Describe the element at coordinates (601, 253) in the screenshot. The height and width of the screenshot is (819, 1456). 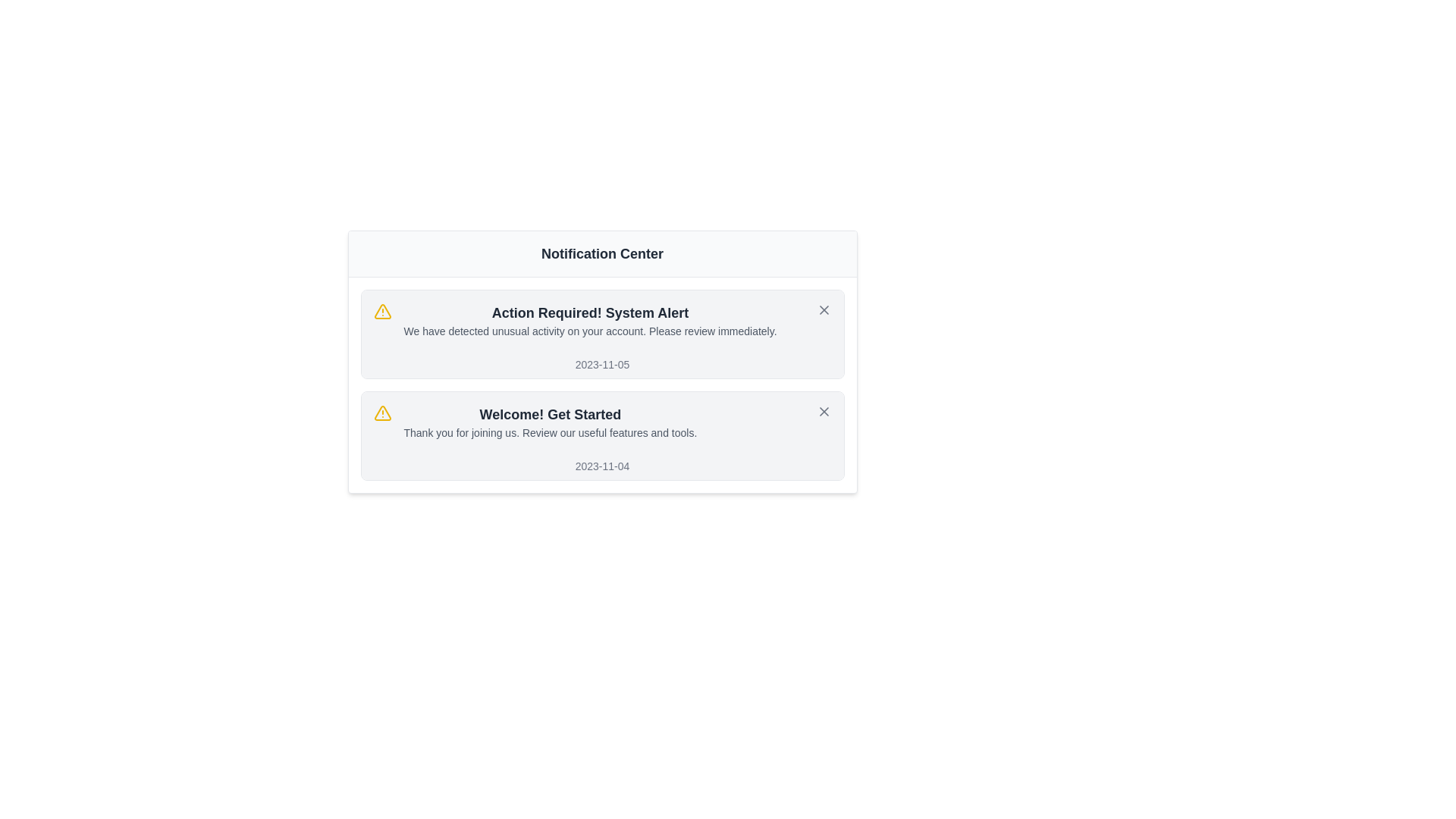
I see `text label that serves as a header for the notification center, positioned at the top of the interface` at that location.